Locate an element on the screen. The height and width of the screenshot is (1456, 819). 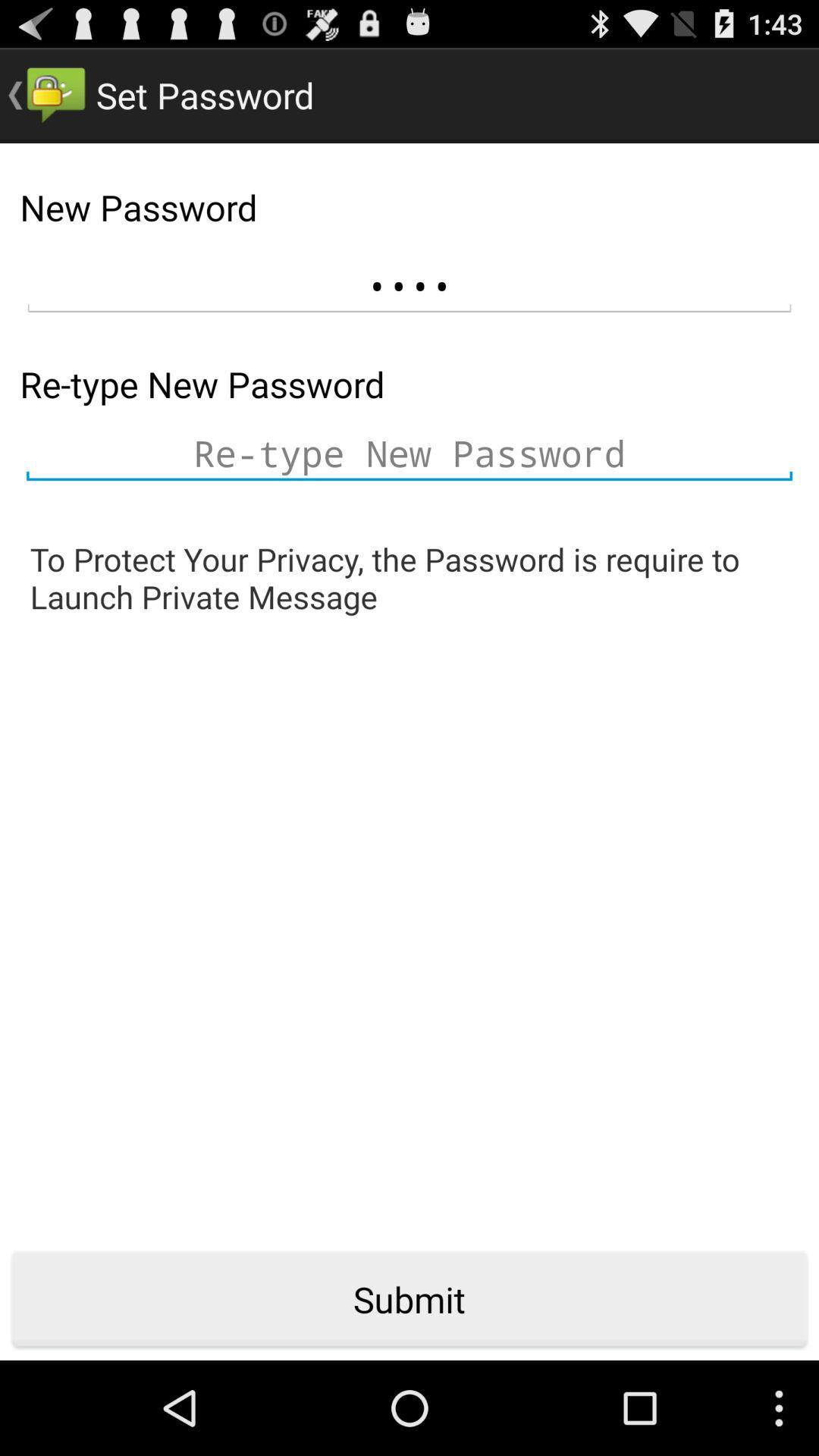
new password is located at coordinates (409, 452).